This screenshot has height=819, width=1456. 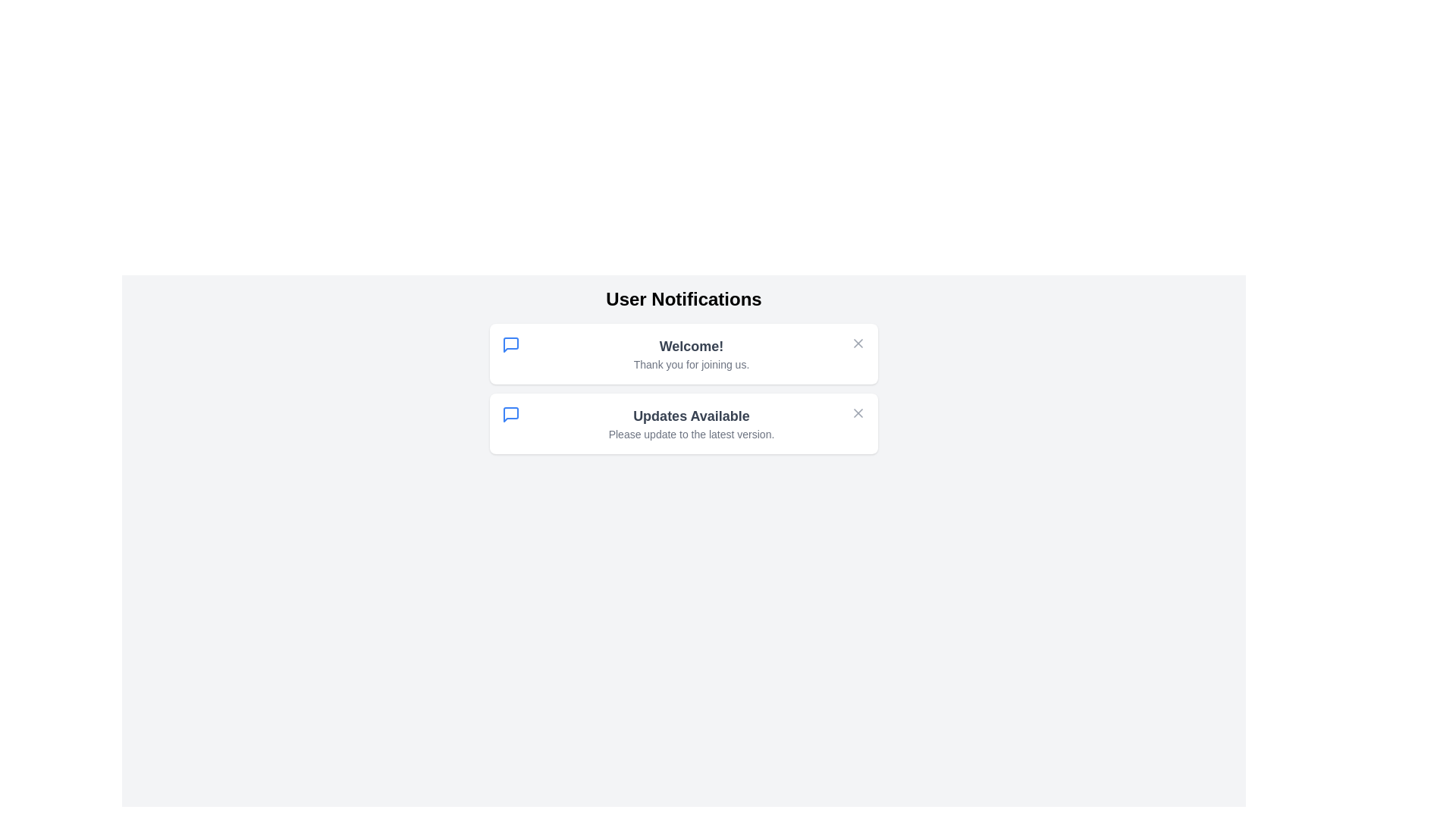 I want to click on the text block that displays 'Updates Available' in bold and 'Please update to the latest version.' in a smaller font, located in the second notification of the vertically stacked list, so click(x=691, y=424).